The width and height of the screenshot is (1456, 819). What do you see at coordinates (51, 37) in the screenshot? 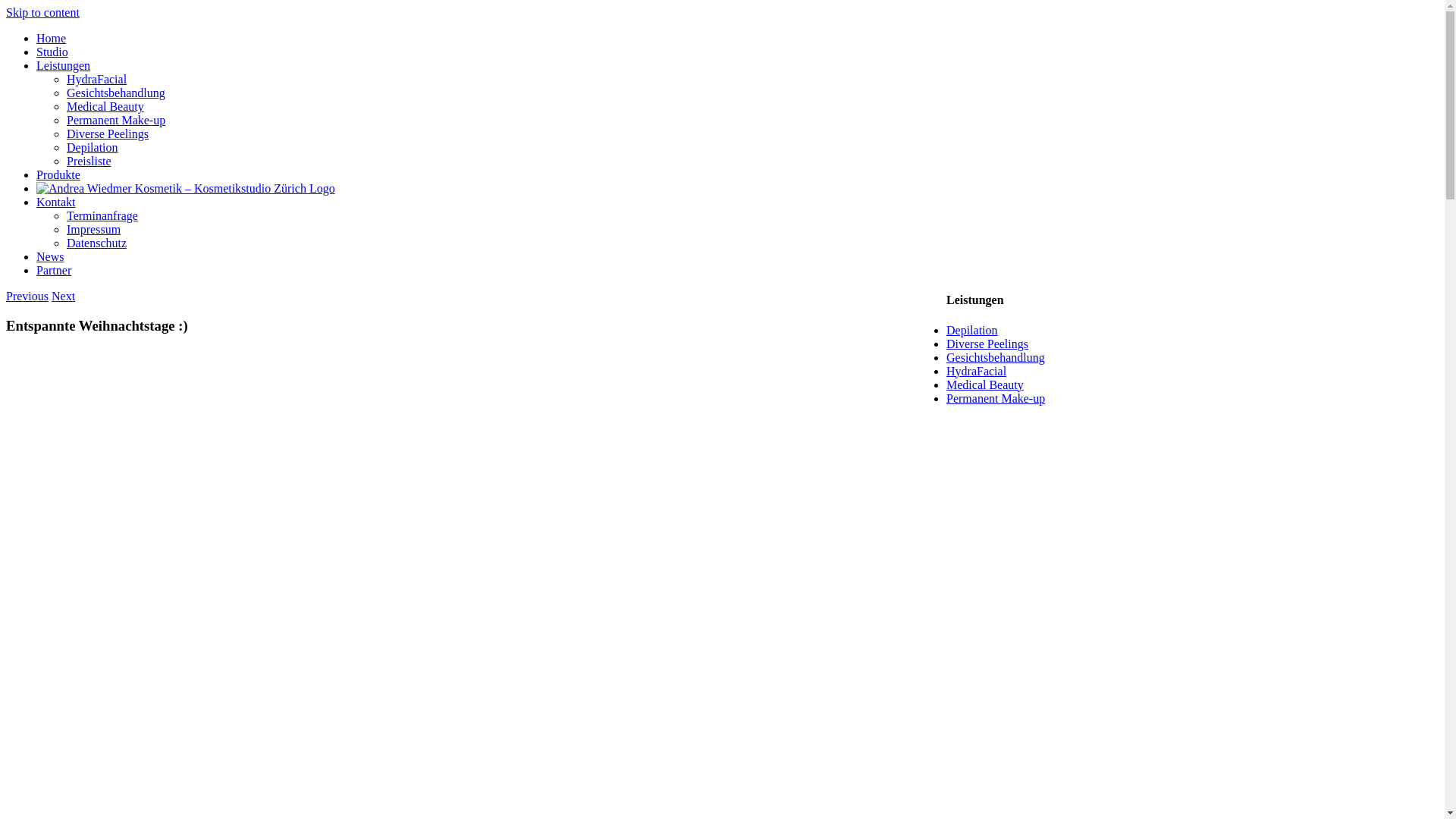
I see `'Home'` at bounding box center [51, 37].